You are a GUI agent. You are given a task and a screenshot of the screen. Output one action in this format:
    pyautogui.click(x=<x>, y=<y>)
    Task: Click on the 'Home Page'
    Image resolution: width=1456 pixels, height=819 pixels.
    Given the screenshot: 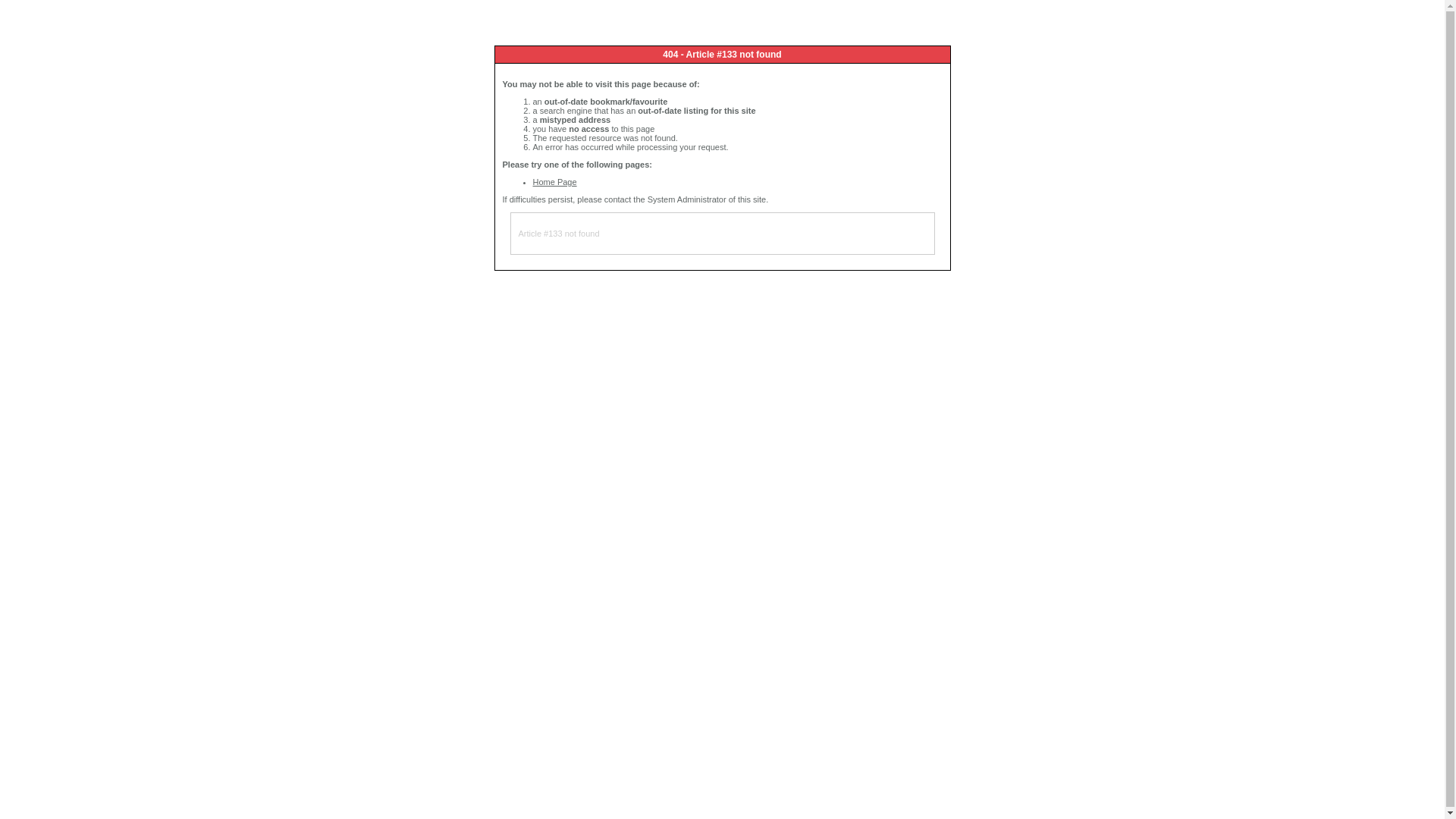 What is the action you would take?
    pyautogui.click(x=553, y=180)
    